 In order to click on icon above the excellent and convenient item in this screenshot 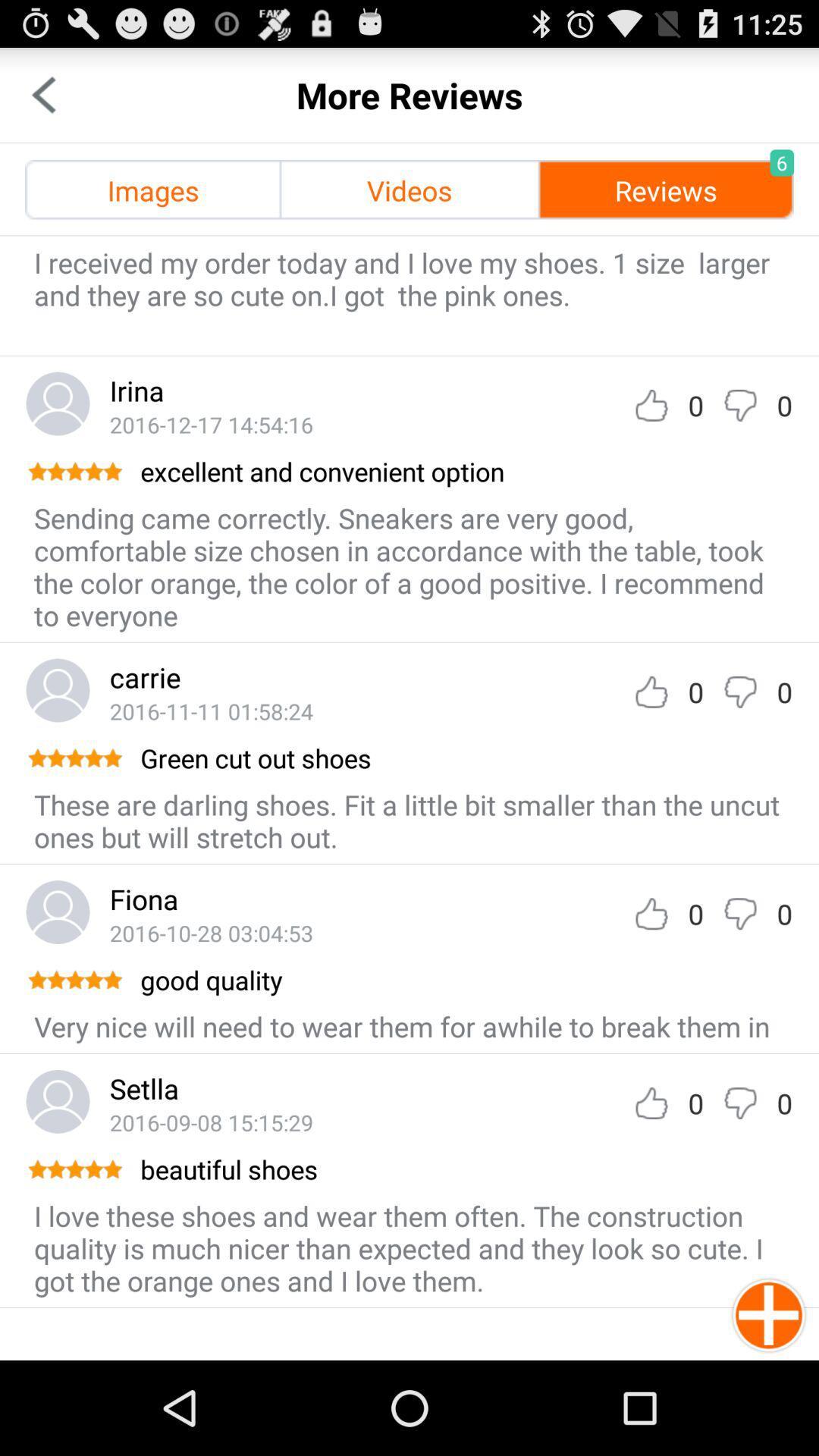, I will do `click(211, 424)`.